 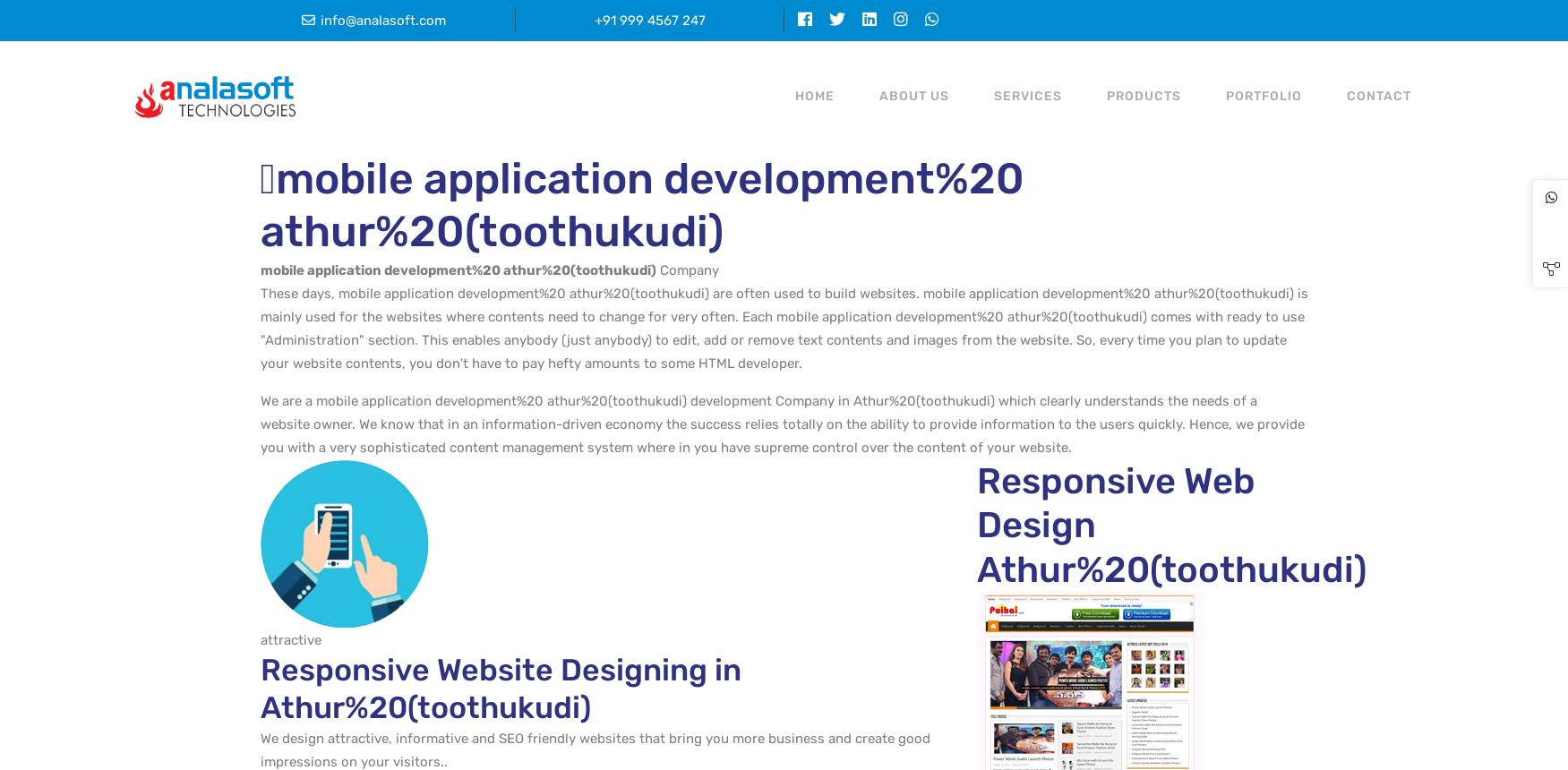 What do you see at coordinates (289, 639) in the screenshot?
I see `'attractive'` at bounding box center [289, 639].